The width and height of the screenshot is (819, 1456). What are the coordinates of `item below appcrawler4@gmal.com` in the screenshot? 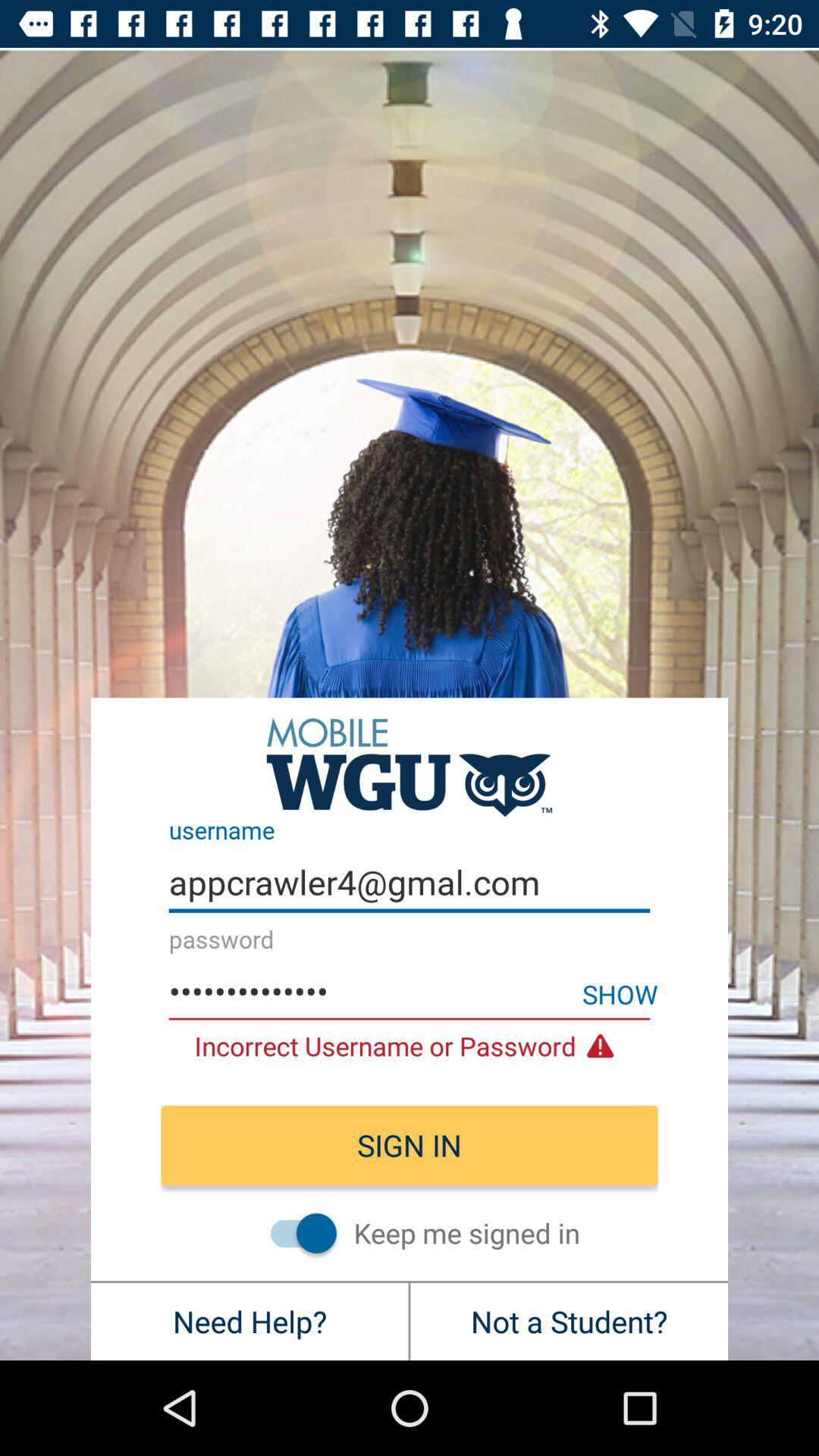 It's located at (409, 992).